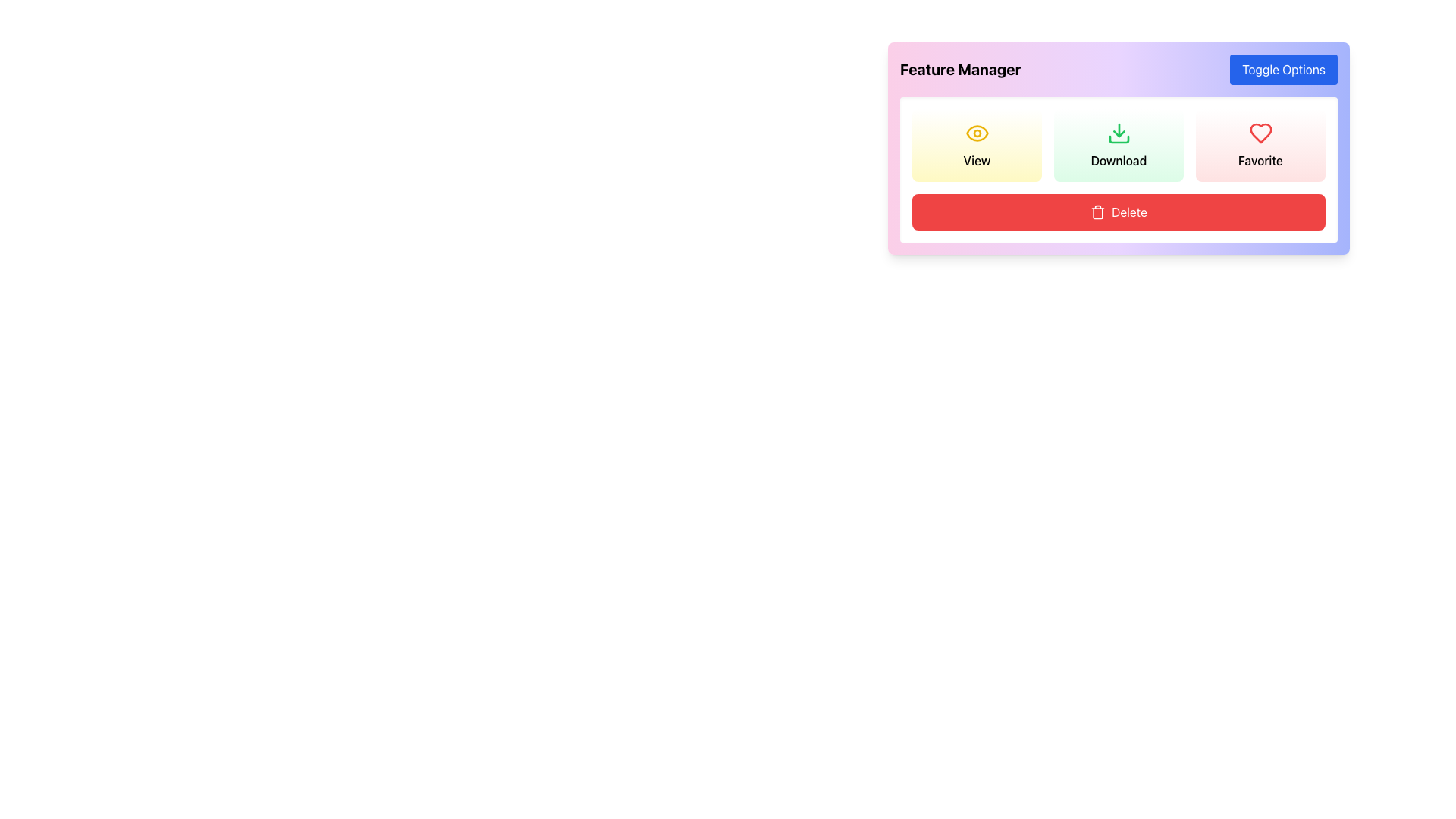 The image size is (1456, 819). Describe the element at coordinates (1119, 146) in the screenshot. I see `the 'Download' button with a gradient background and a downward green arrow icon to initiate the download` at that location.